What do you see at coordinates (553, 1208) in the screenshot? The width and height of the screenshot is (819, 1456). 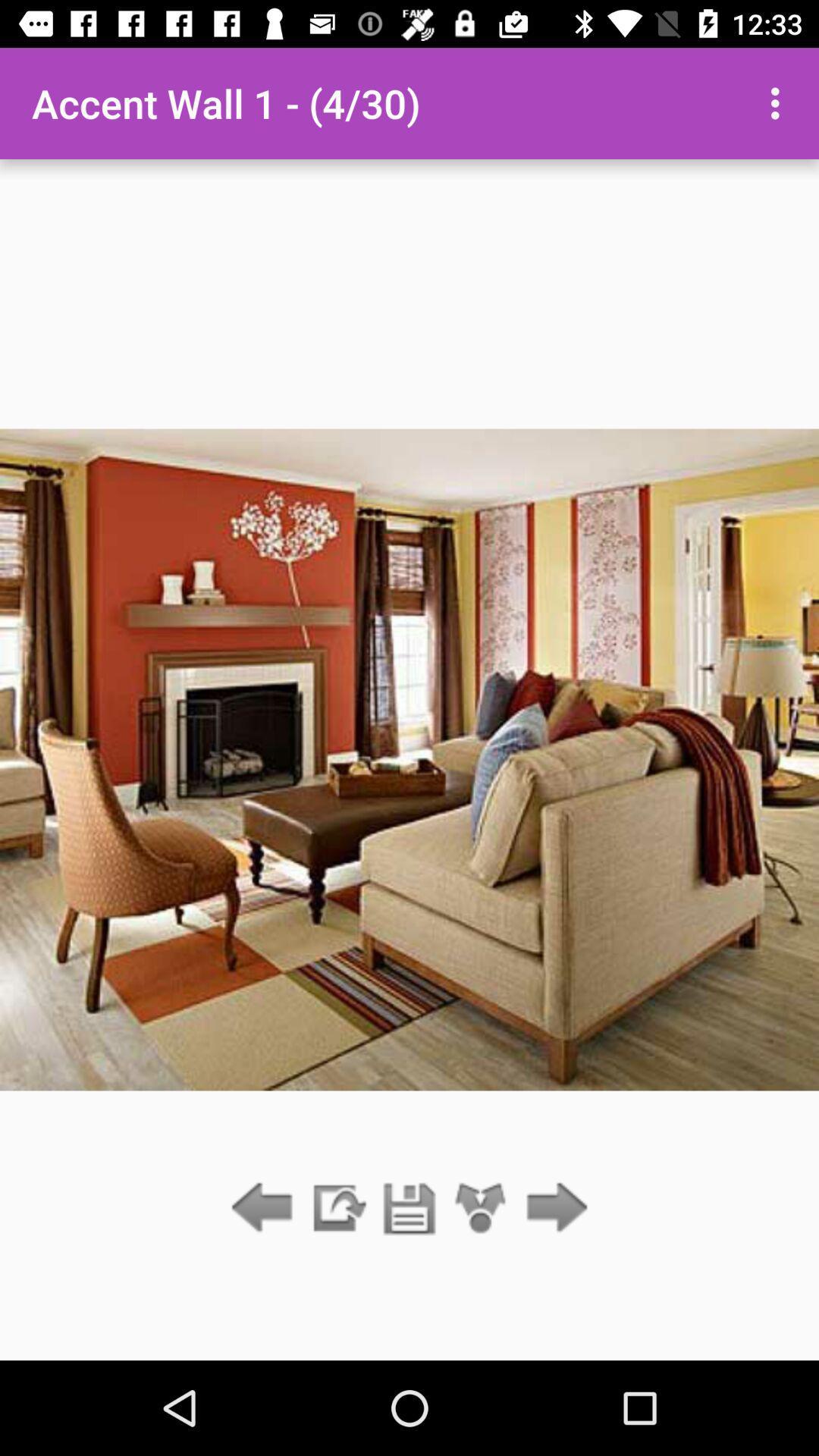 I see `next screen` at bounding box center [553, 1208].